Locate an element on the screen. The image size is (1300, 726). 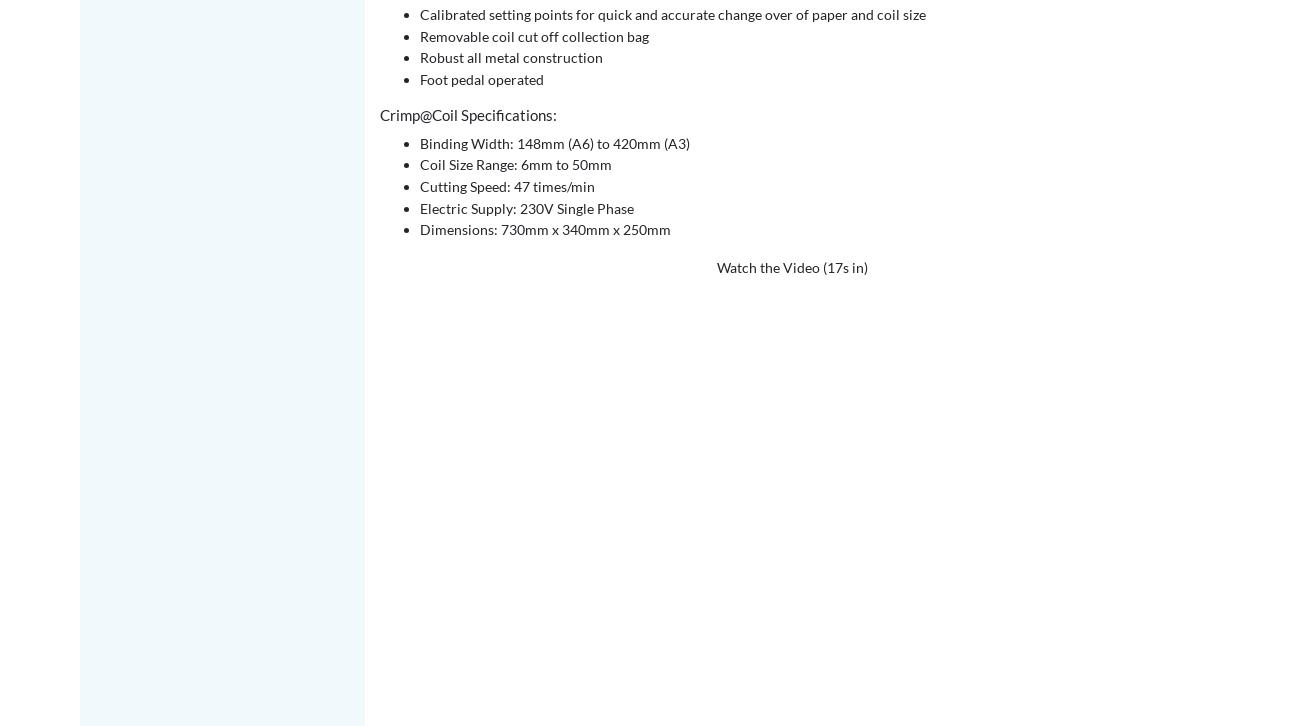
'Crimp@Coil Specifications:' is located at coordinates (467, 114).